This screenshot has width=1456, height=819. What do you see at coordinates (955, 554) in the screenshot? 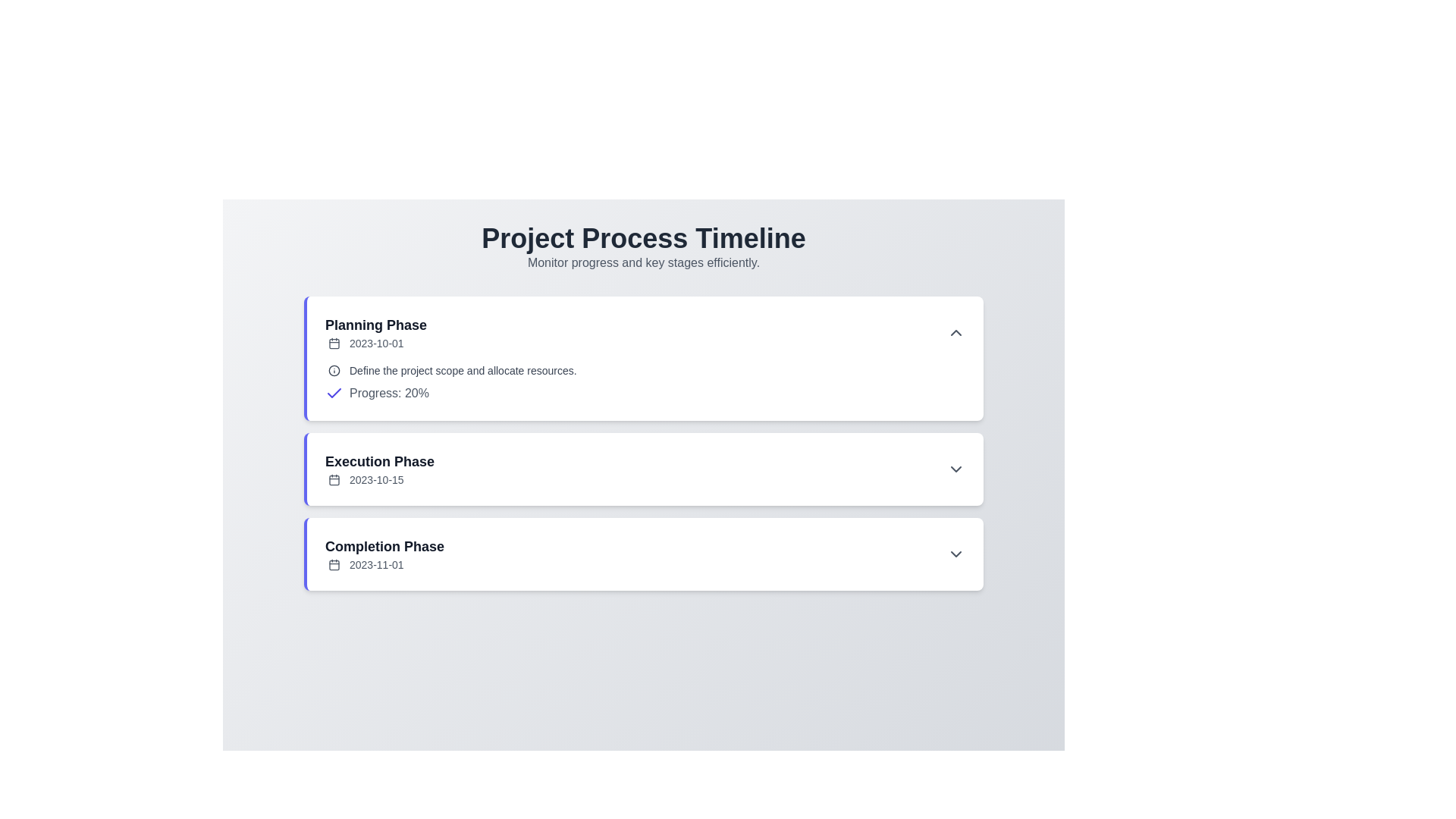
I see `the Chevron icon used as a toggle for expanding or collapsing the 'Completion Phase' section, located on the far-right side of the panel` at bounding box center [955, 554].